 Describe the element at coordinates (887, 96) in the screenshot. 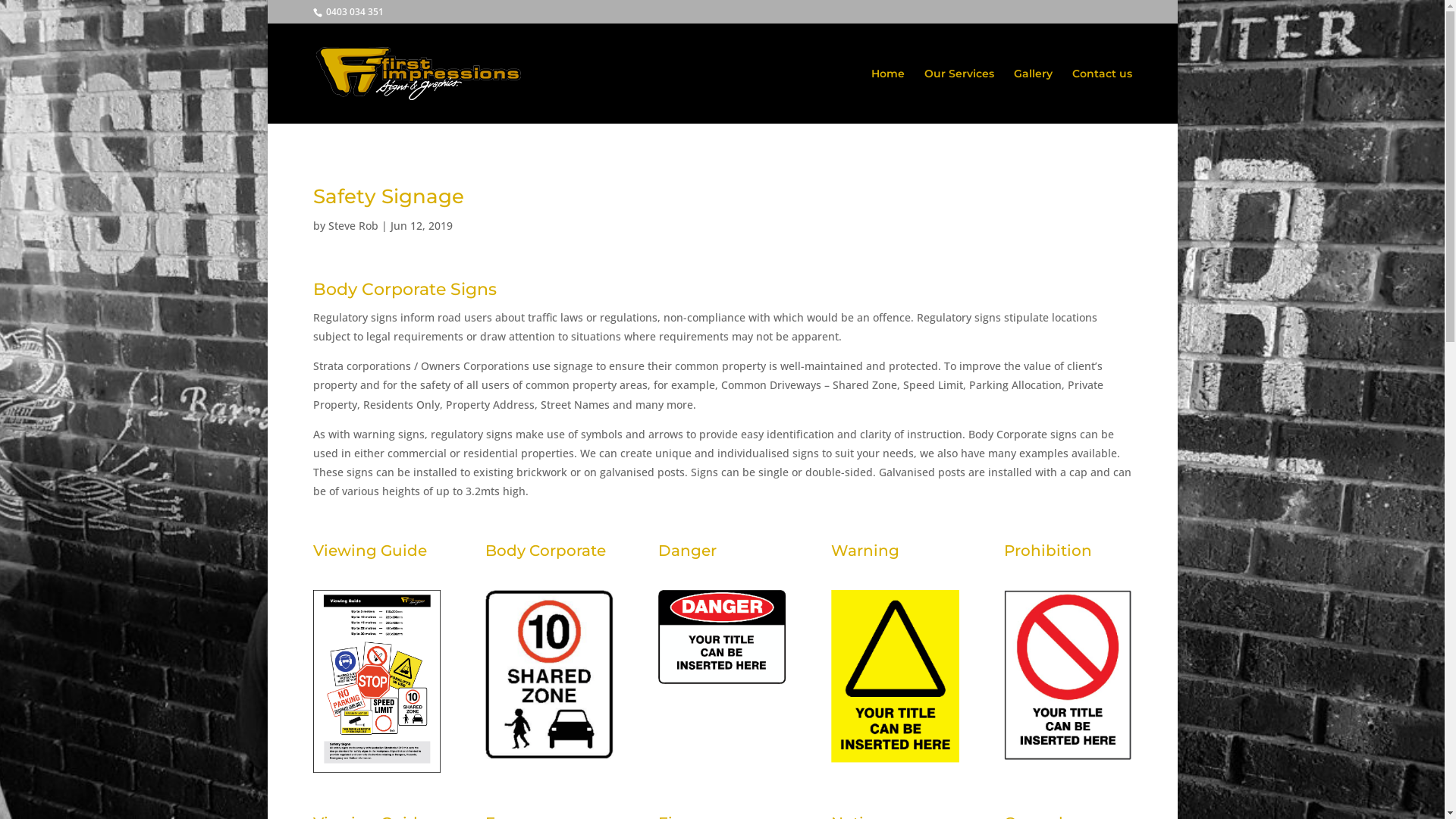

I see `'Home'` at that location.